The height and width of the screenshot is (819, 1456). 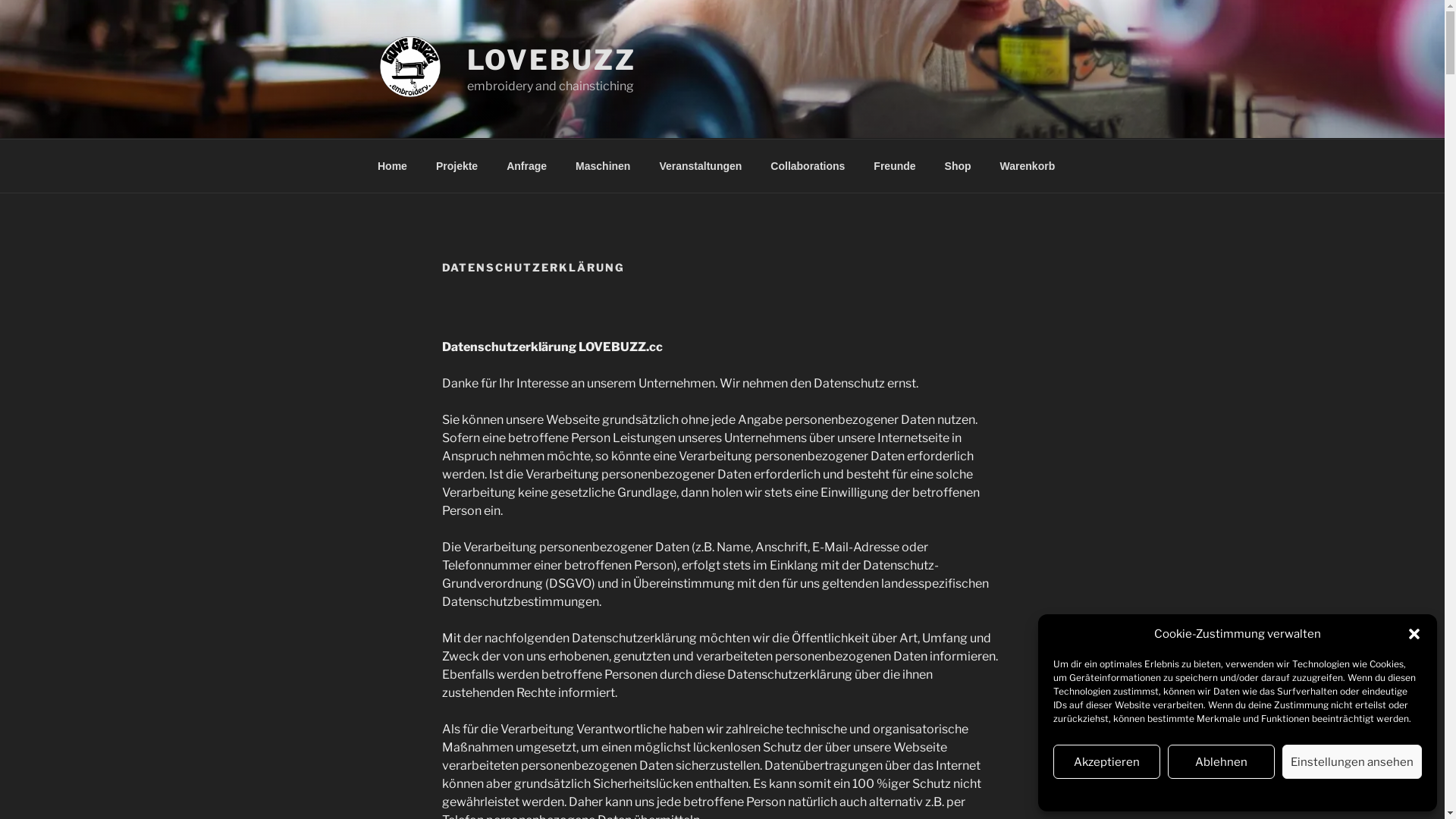 I want to click on 'Maschinen', so click(x=602, y=165).